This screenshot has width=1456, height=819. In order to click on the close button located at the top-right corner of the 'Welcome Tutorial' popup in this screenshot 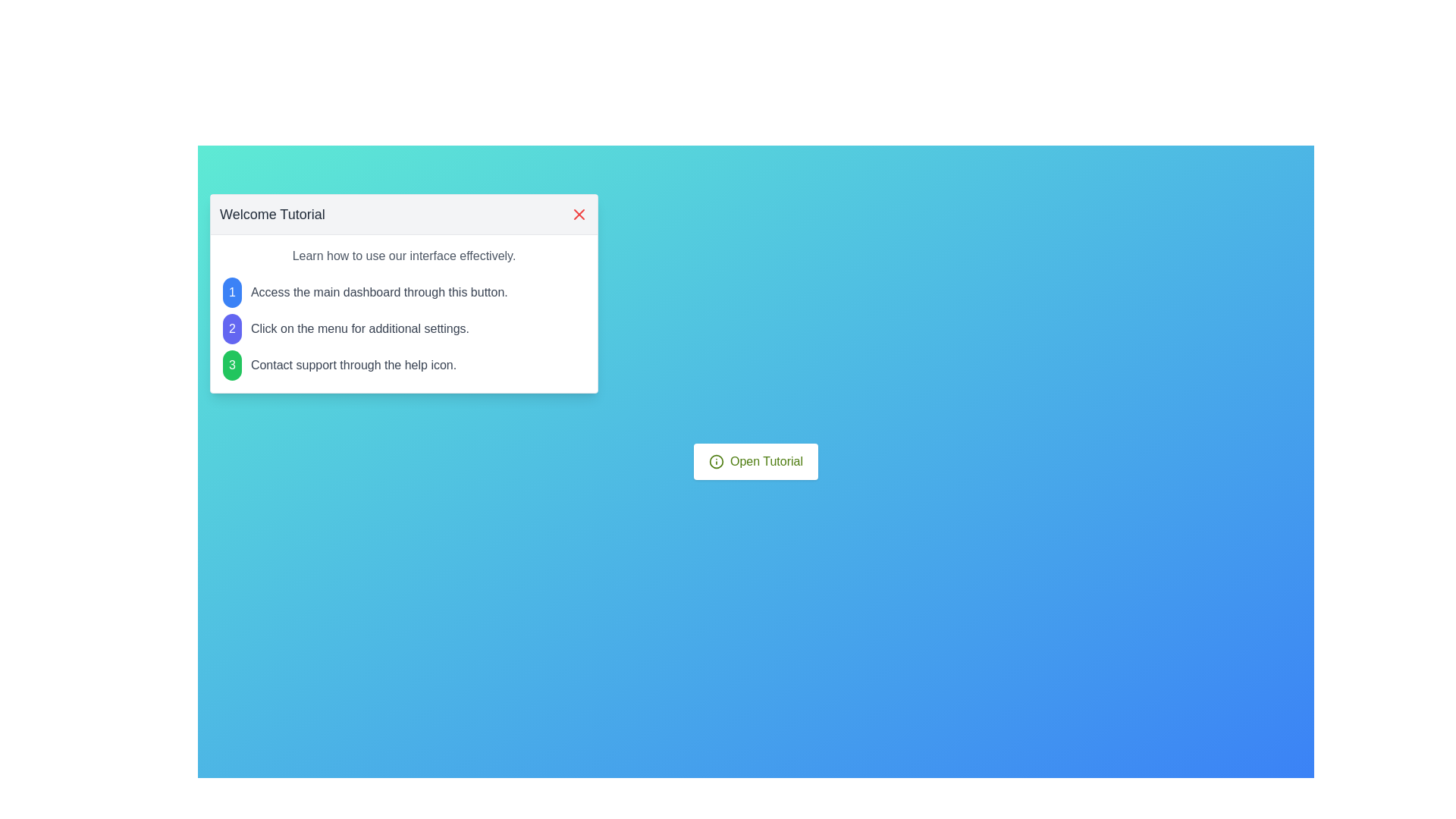, I will do `click(578, 214)`.